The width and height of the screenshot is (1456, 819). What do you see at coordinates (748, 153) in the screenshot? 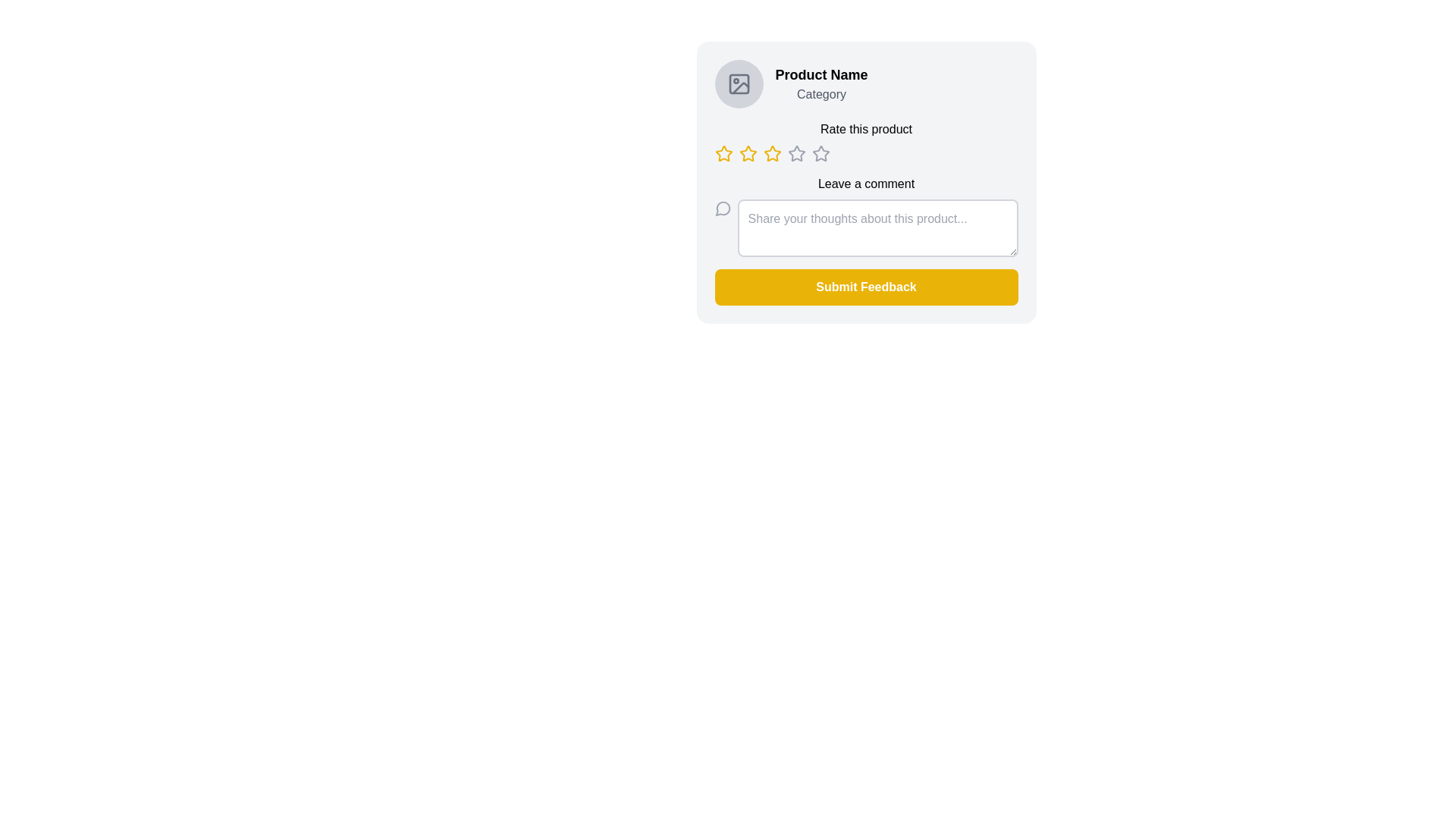
I see `the second star in the interactive star rating icon` at bounding box center [748, 153].